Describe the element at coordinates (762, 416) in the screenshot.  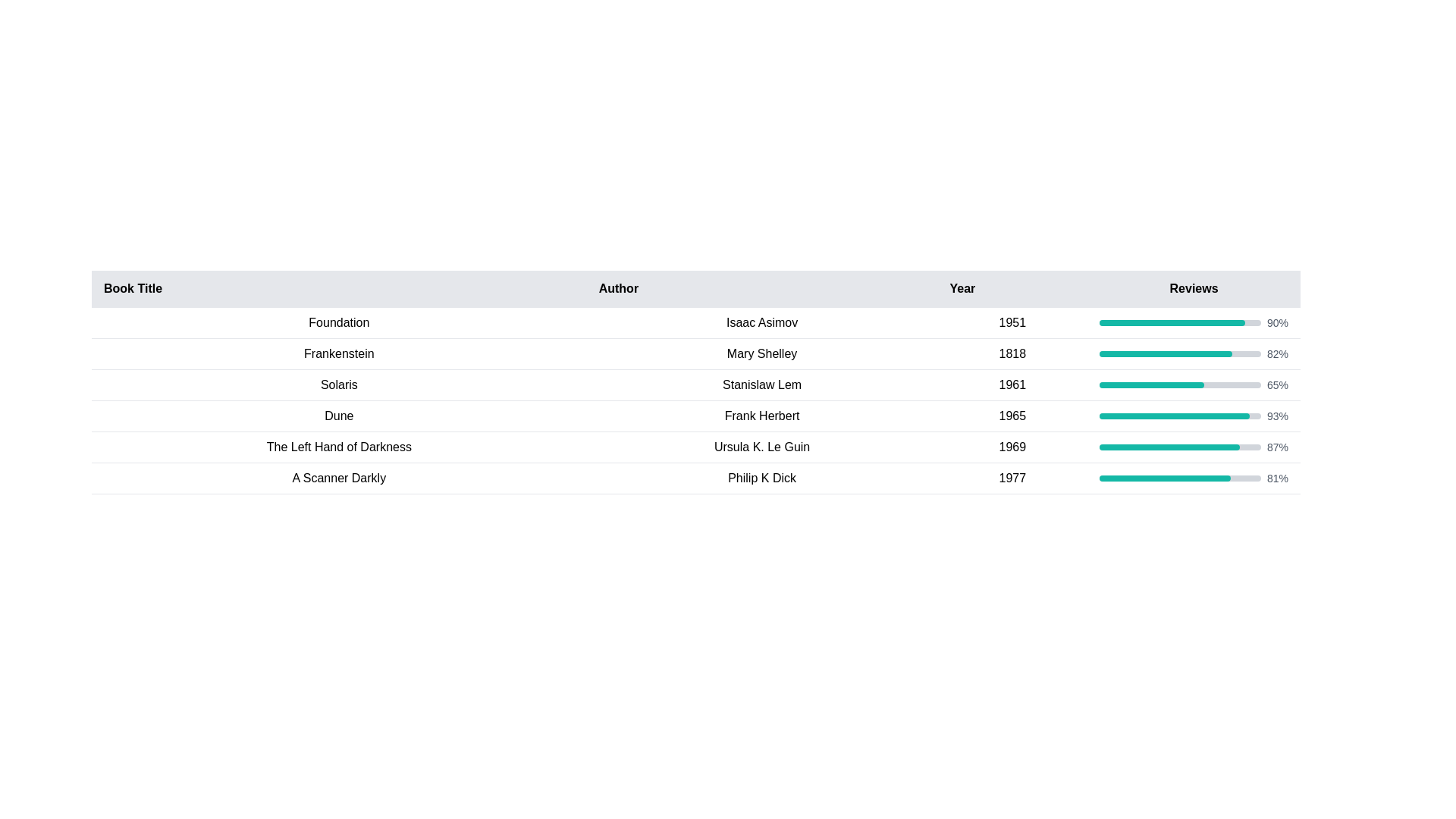
I see `the text label displaying 'Frank Herbert' in the Author column of the table layout, which is located next to the 'Dune' title in the same row` at that location.